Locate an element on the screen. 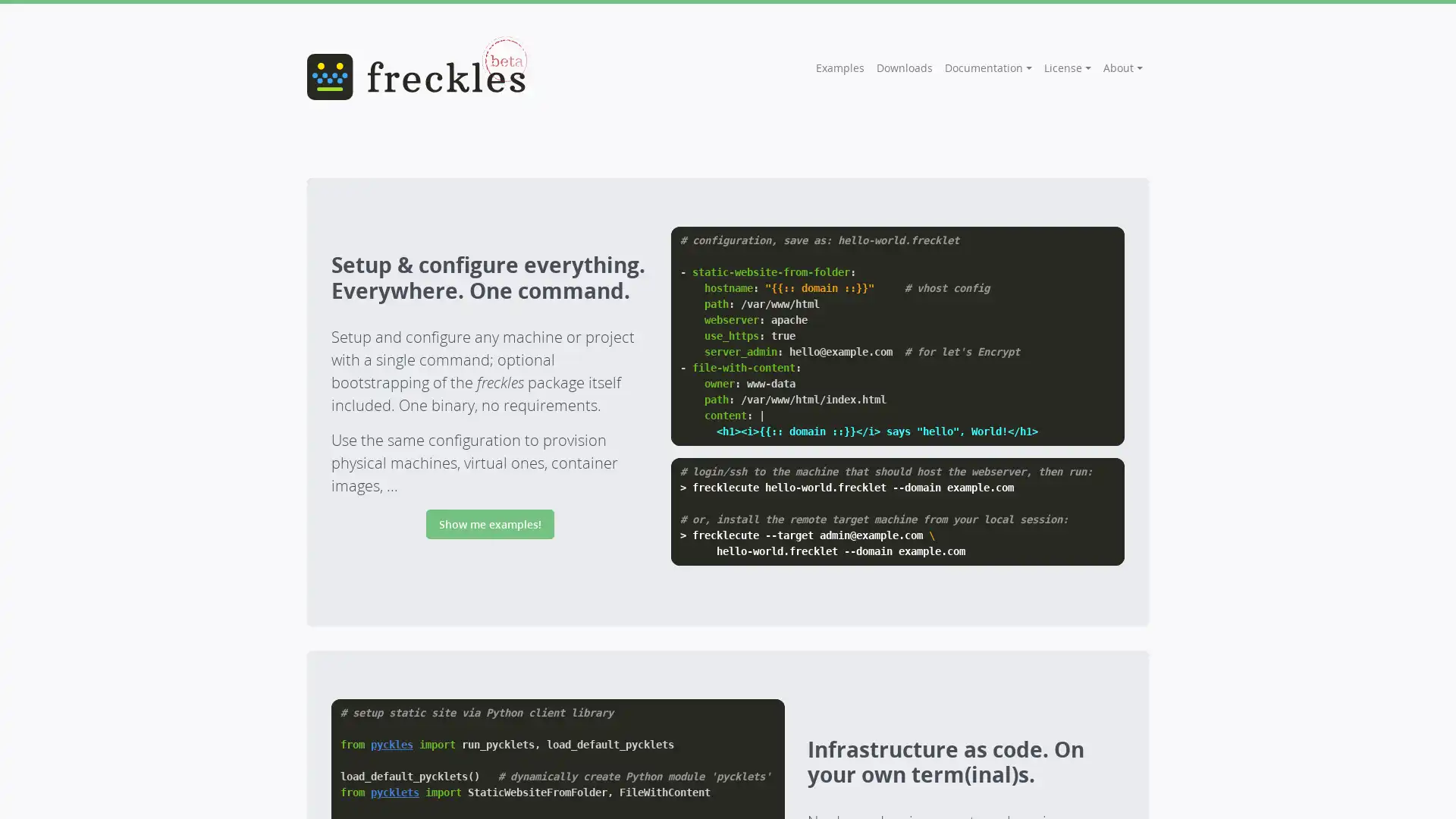  License is located at coordinates (1066, 67).